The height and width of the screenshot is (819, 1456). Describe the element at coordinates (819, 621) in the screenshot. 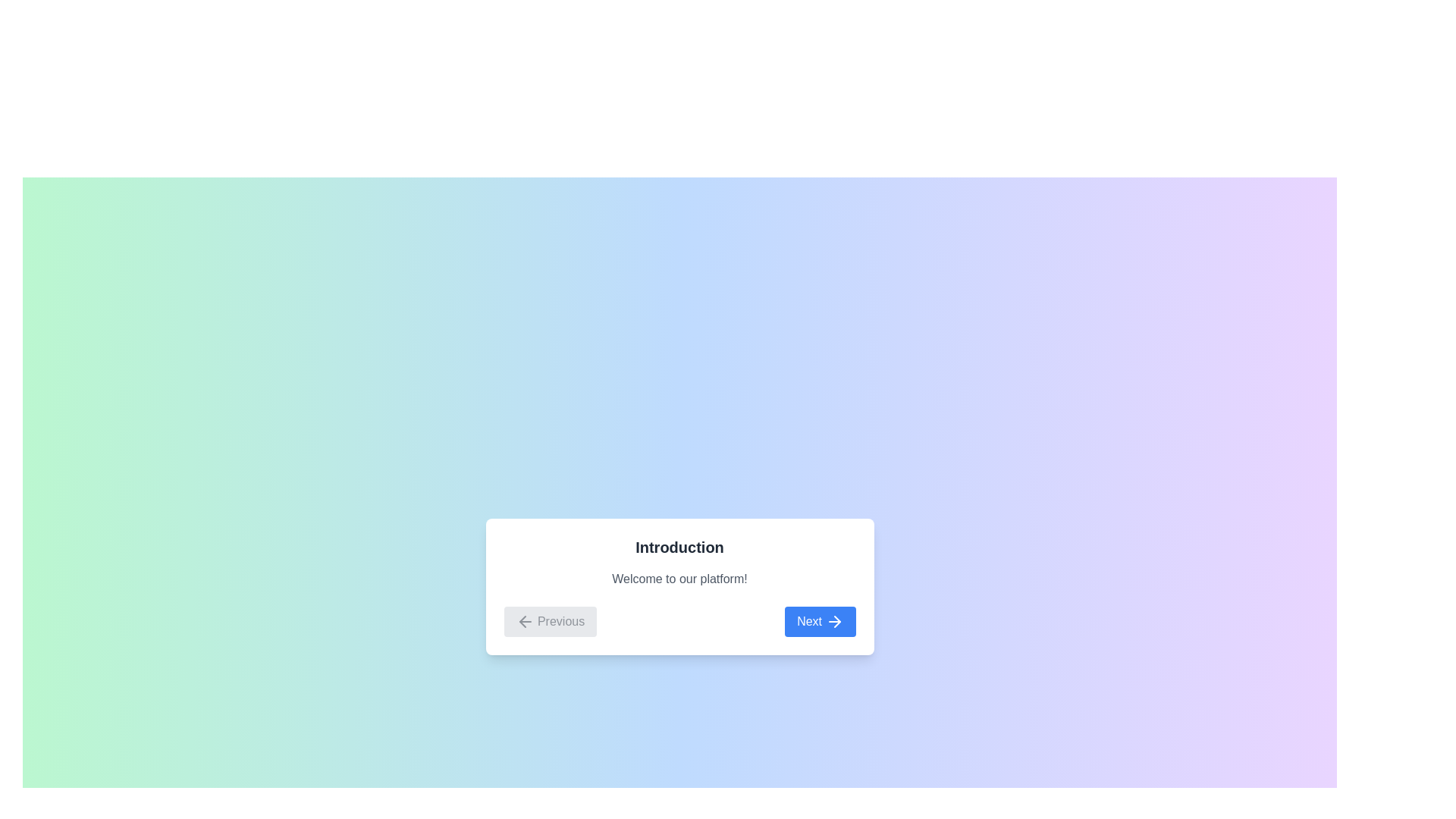

I see `the vibrant blue button labeled 'Next' with a rightward arrow icon` at that location.